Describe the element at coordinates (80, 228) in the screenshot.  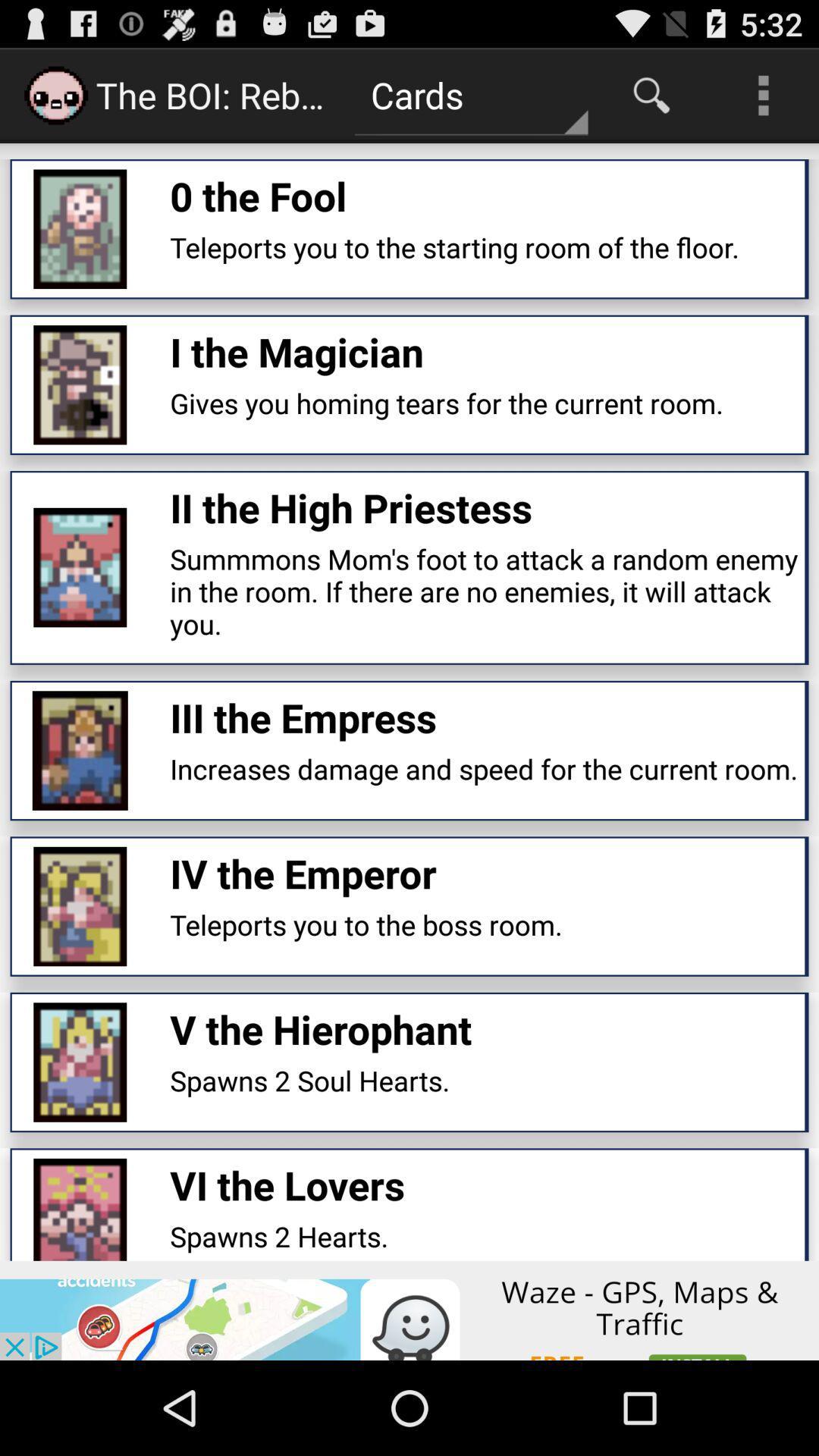
I see `the icon in first option` at that location.